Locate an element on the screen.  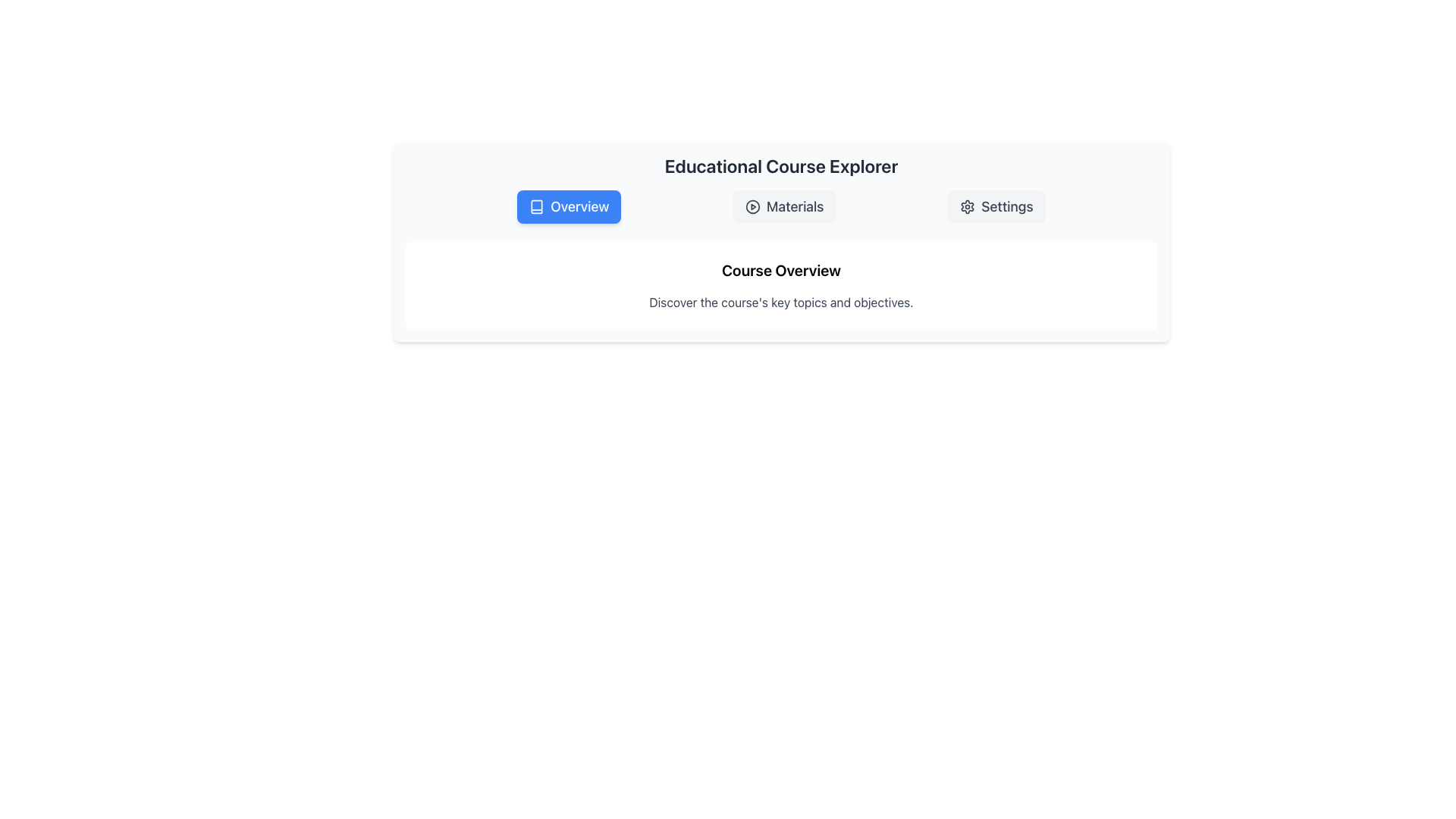
the leftmost navigation button that directs to the overview section of the application to visualize hover effects is located at coordinates (568, 207).